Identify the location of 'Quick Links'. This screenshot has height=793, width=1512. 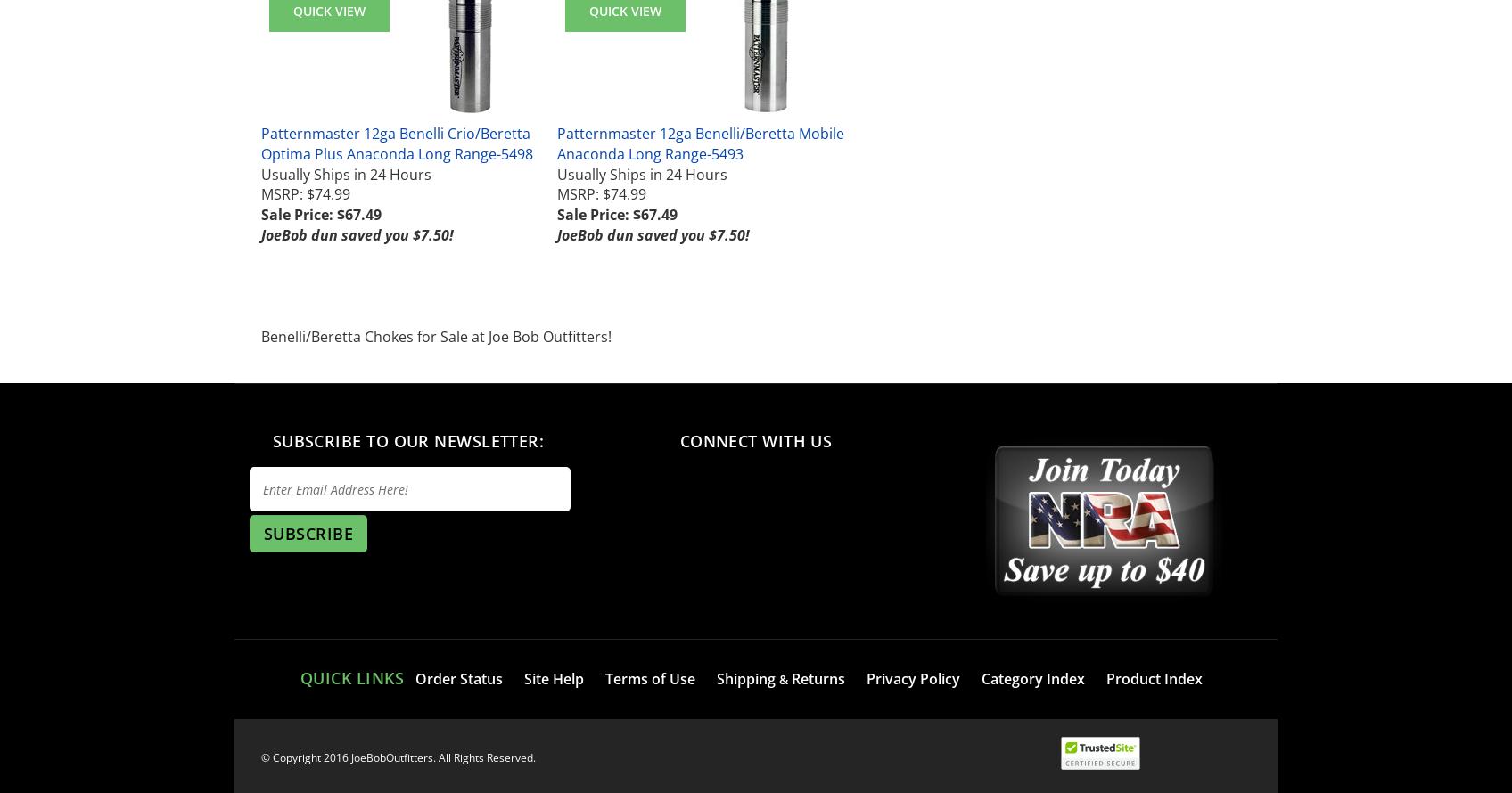
(350, 678).